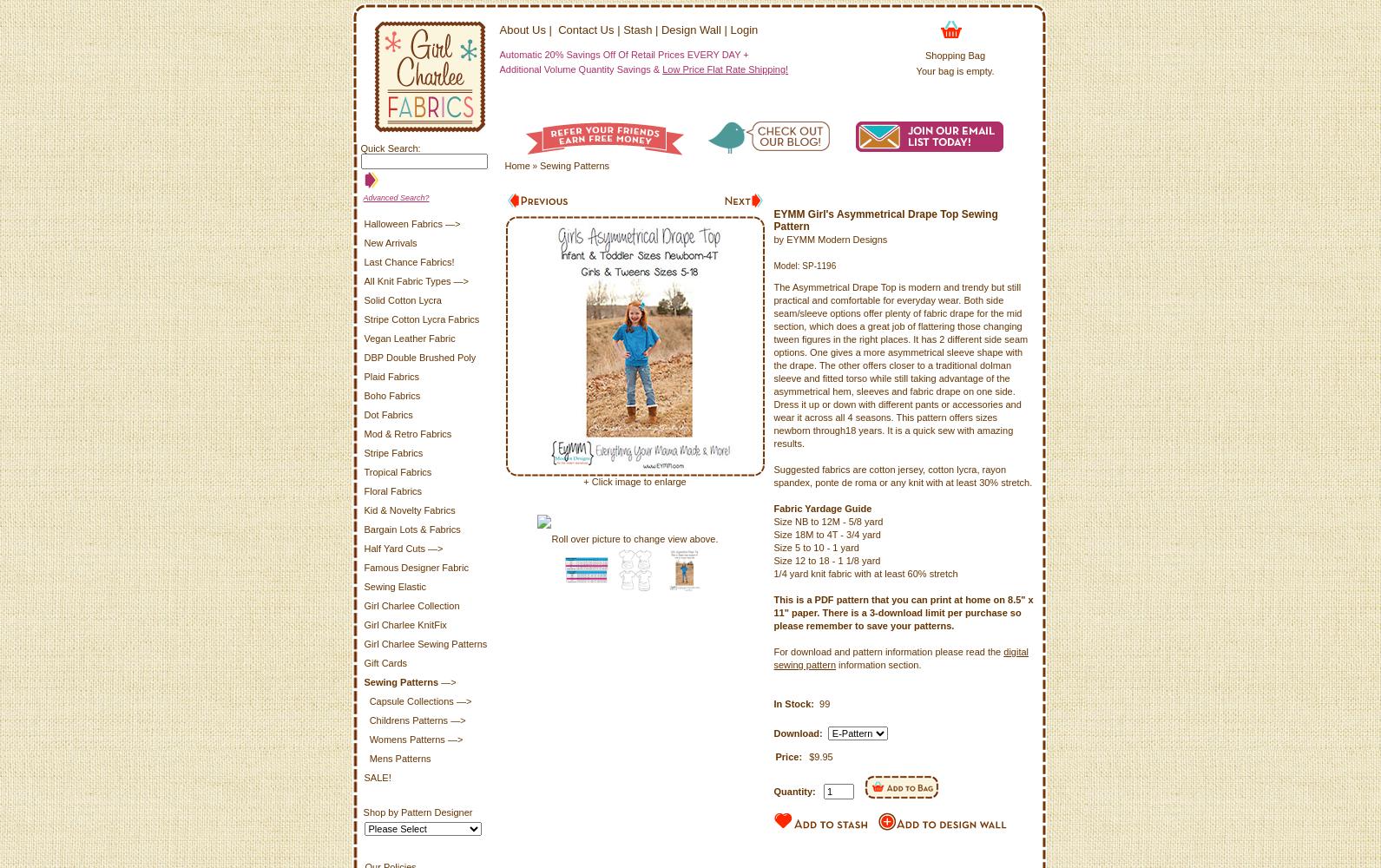  Describe the element at coordinates (408, 262) in the screenshot. I see `'Last Chance Fabrics!'` at that location.